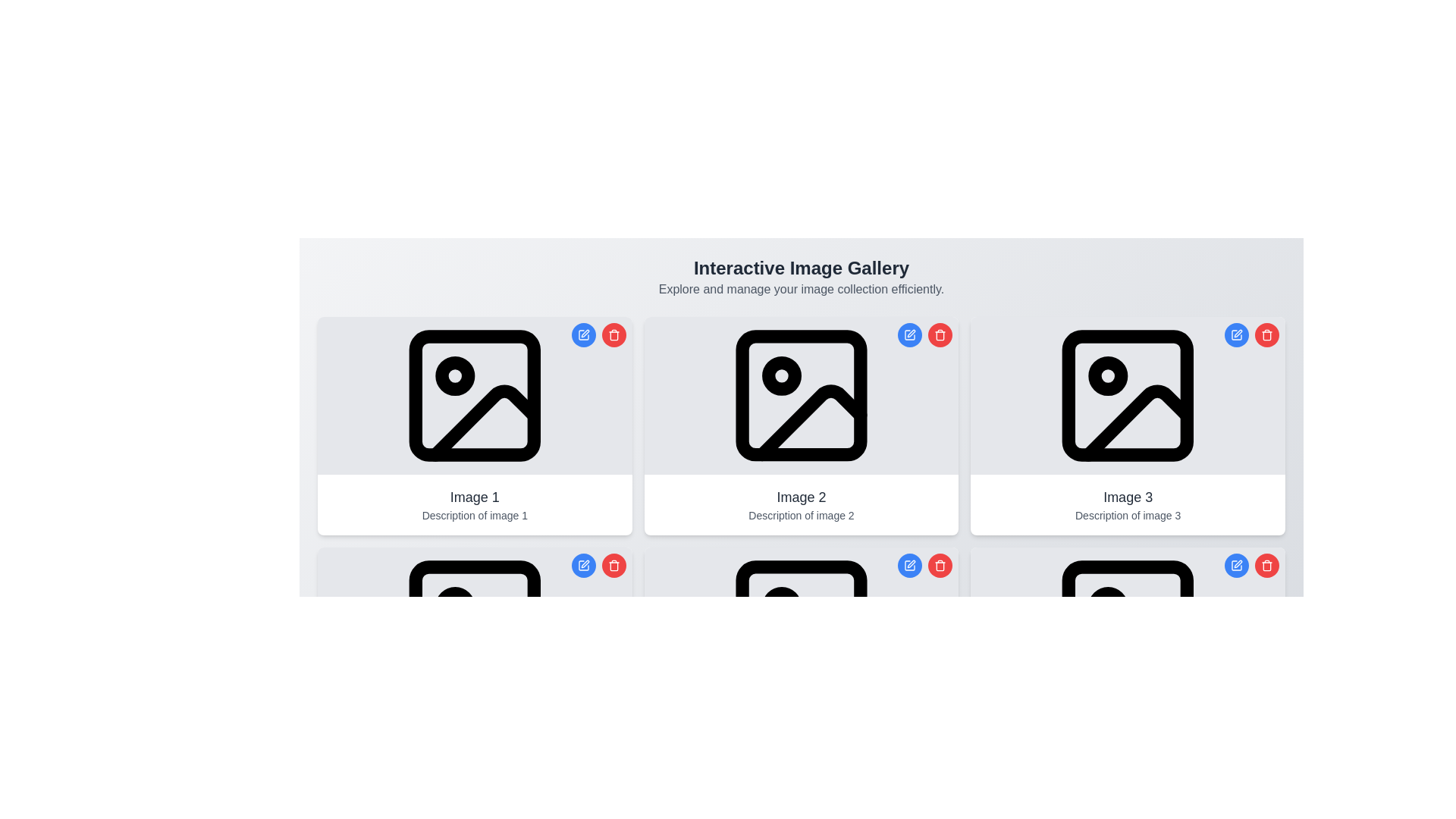 The height and width of the screenshot is (819, 1456). Describe the element at coordinates (474, 497) in the screenshot. I see `static text label that identifies the content as related to 'Image 1', which is located at the center of the card displaying information about 'Image 1'` at that location.